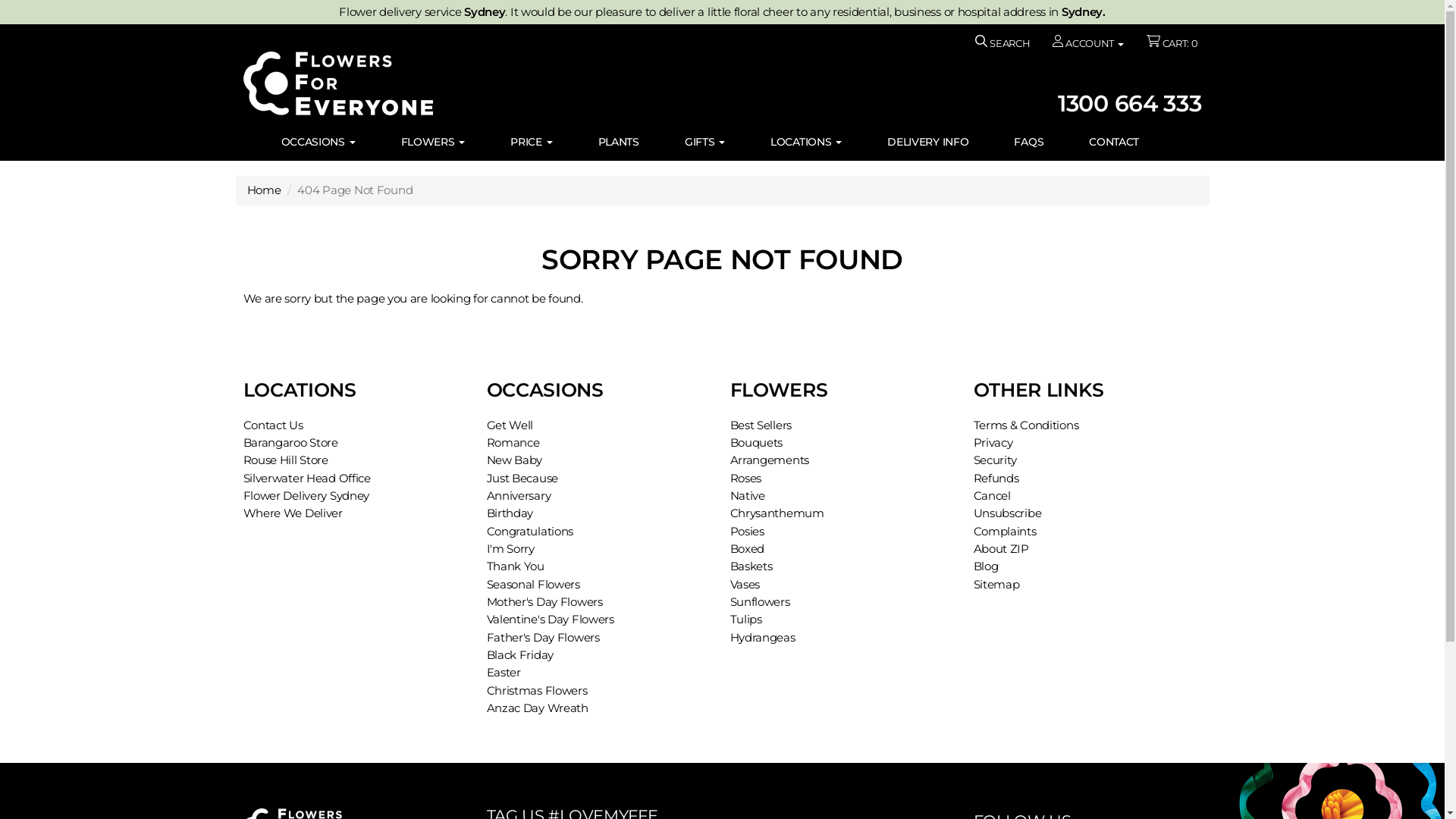 The width and height of the screenshot is (1456, 819). Describe the element at coordinates (746, 496) in the screenshot. I see `'Native'` at that location.